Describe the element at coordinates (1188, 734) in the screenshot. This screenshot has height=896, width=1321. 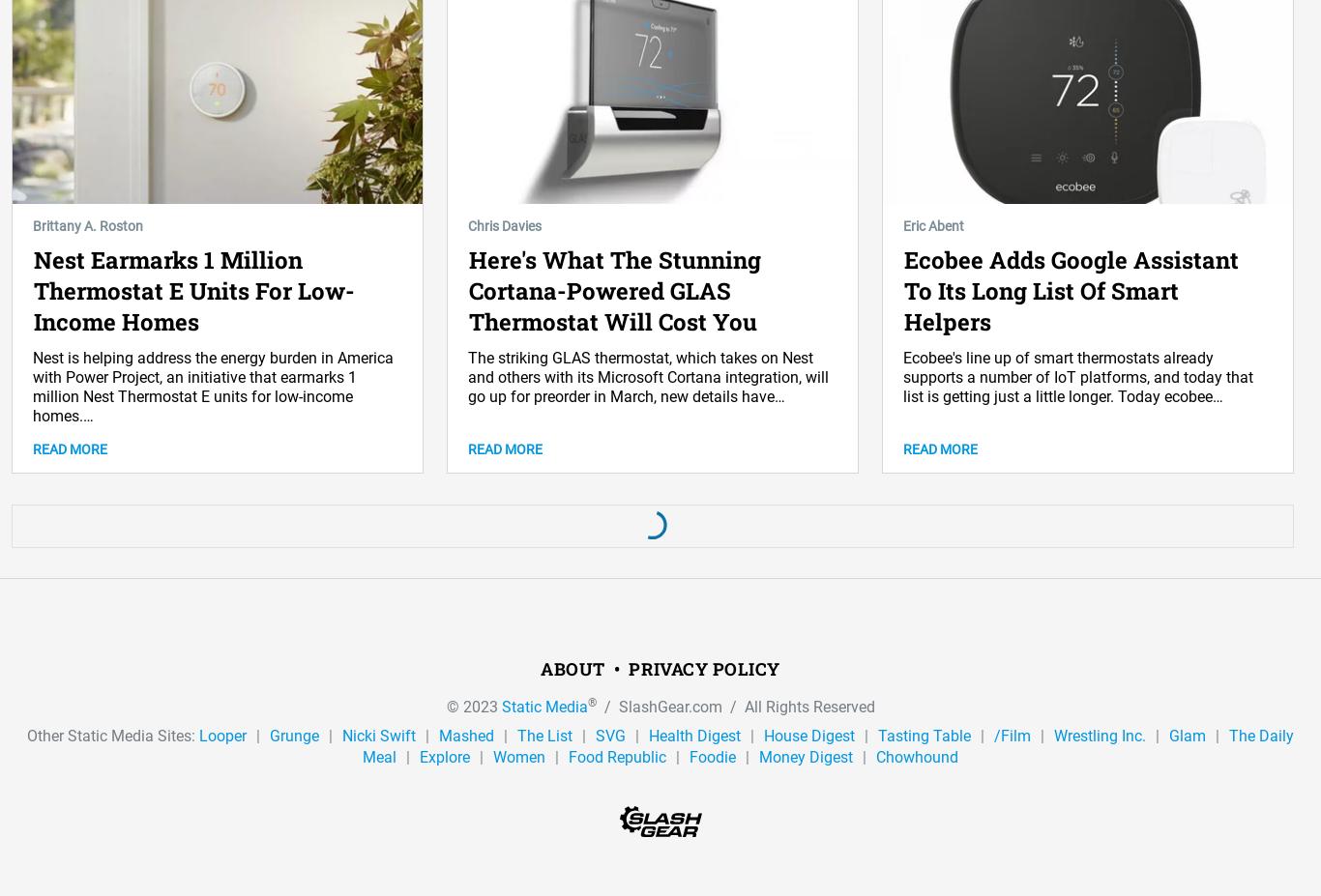
I see `'Glam'` at that location.